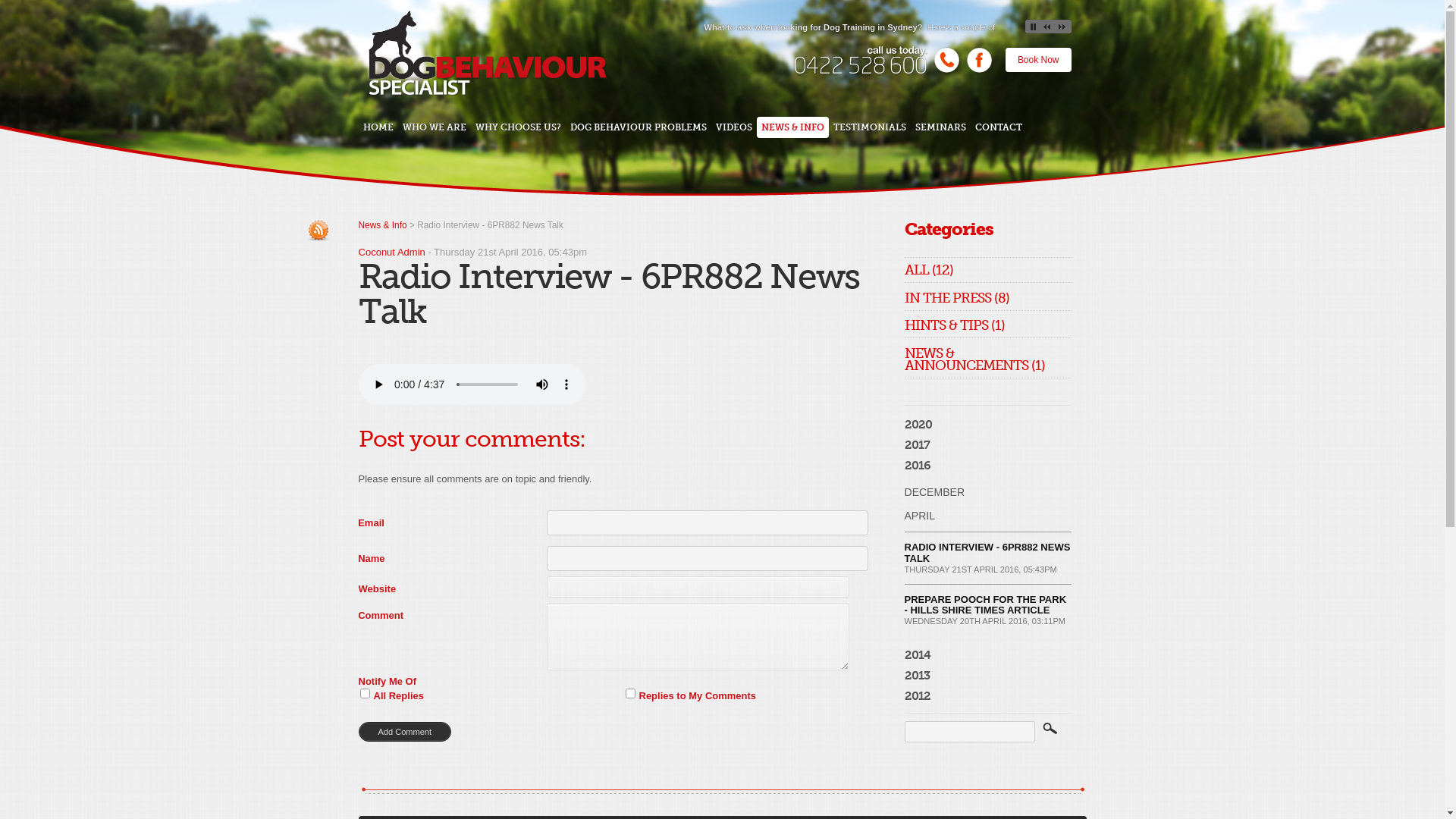 The height and width of the screenshot is (819, 1456). Describe the element at coordinates (1037, 58) in the screenshot. I see `'Book Now'` at that location.